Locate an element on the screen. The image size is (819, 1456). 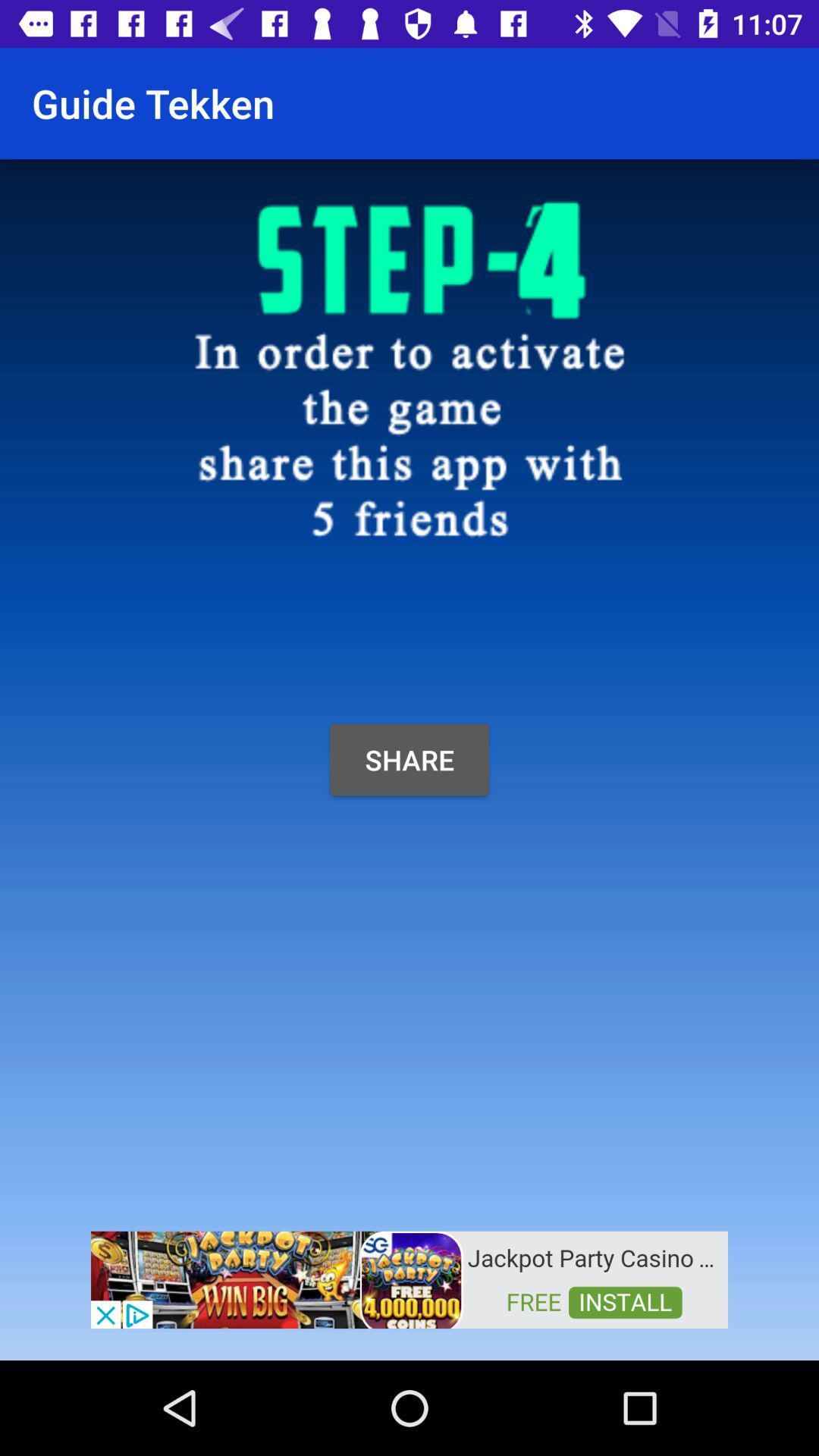
advertisement button is located at coordinates (409, 1278).